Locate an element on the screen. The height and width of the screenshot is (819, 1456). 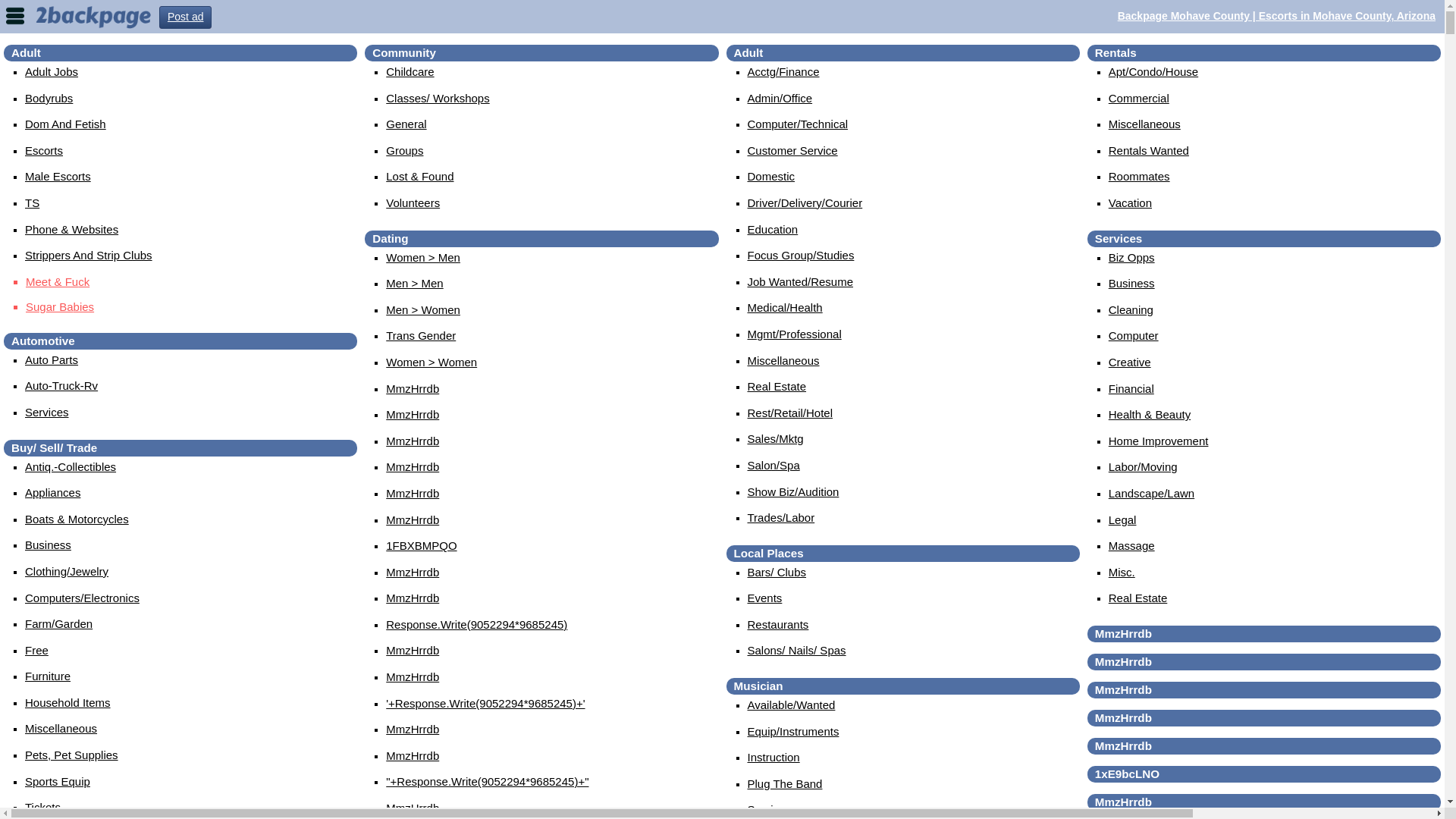
'Education' is located at coordinates (747, 229).